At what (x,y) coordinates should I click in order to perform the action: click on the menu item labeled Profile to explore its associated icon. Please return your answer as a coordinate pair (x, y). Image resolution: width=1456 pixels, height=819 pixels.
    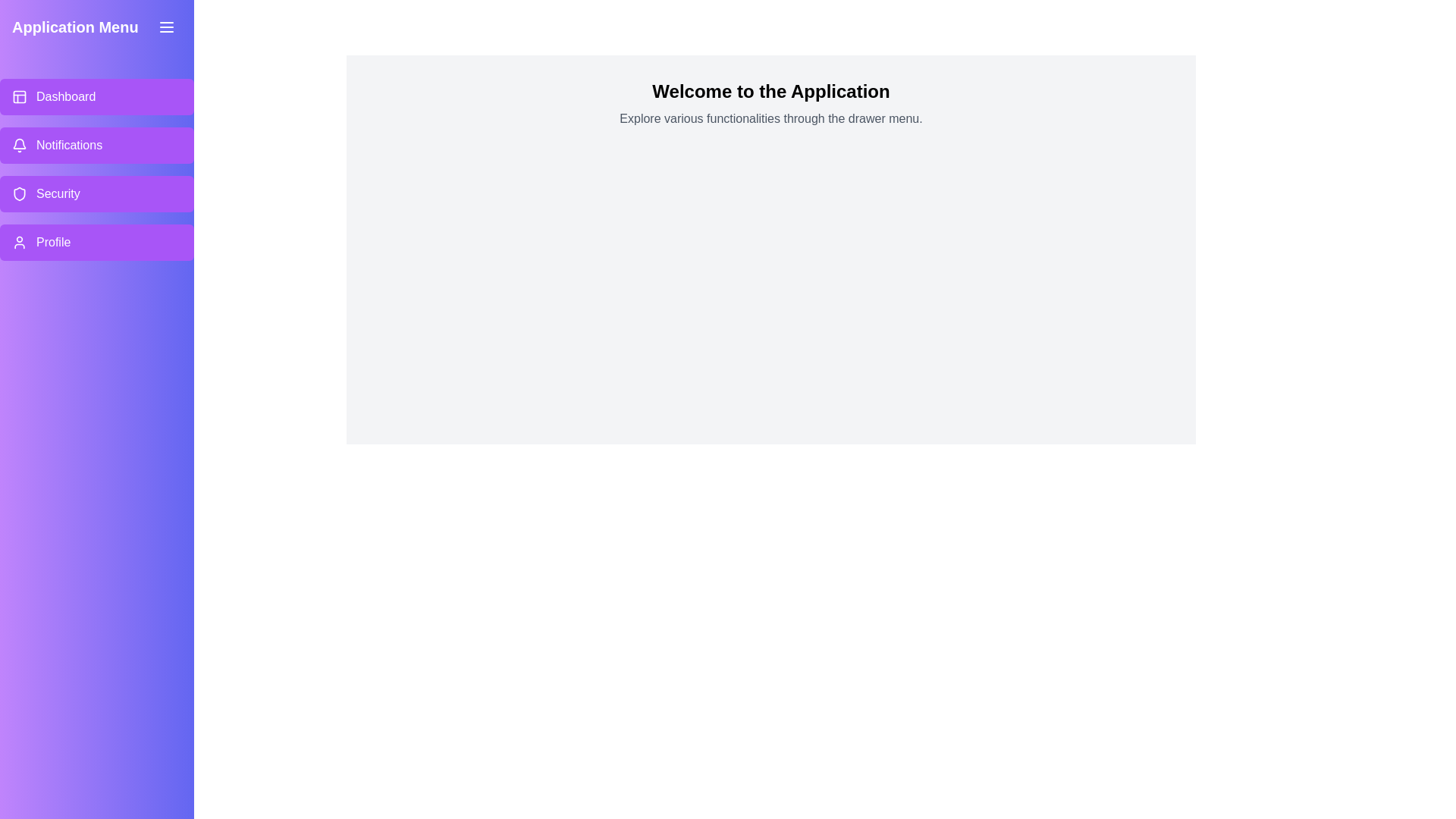
    Looking at the image, I should click on (19, 242).